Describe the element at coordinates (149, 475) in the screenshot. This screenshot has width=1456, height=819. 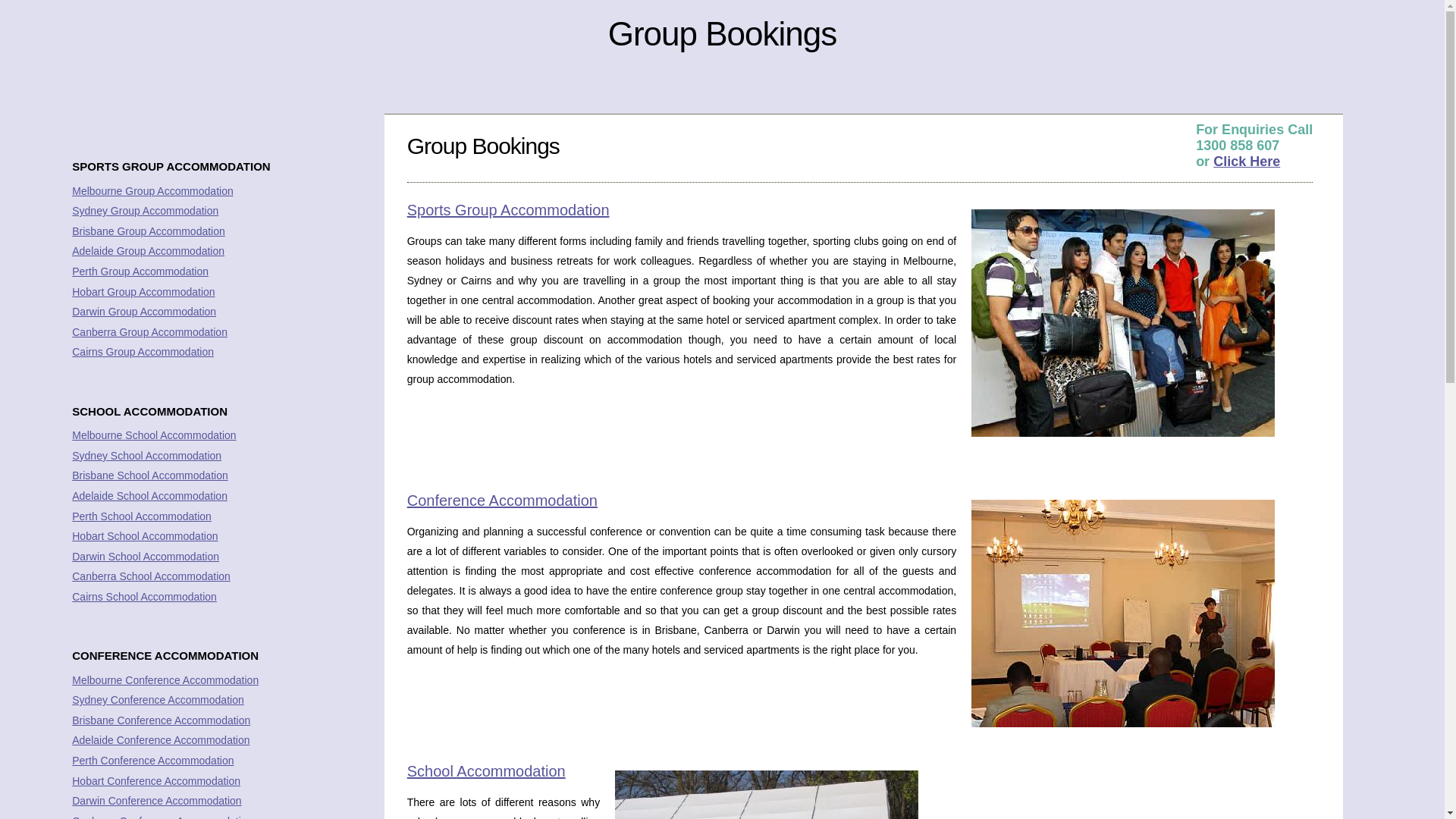
I see `'Brisbane School Accommodation'` at that location.